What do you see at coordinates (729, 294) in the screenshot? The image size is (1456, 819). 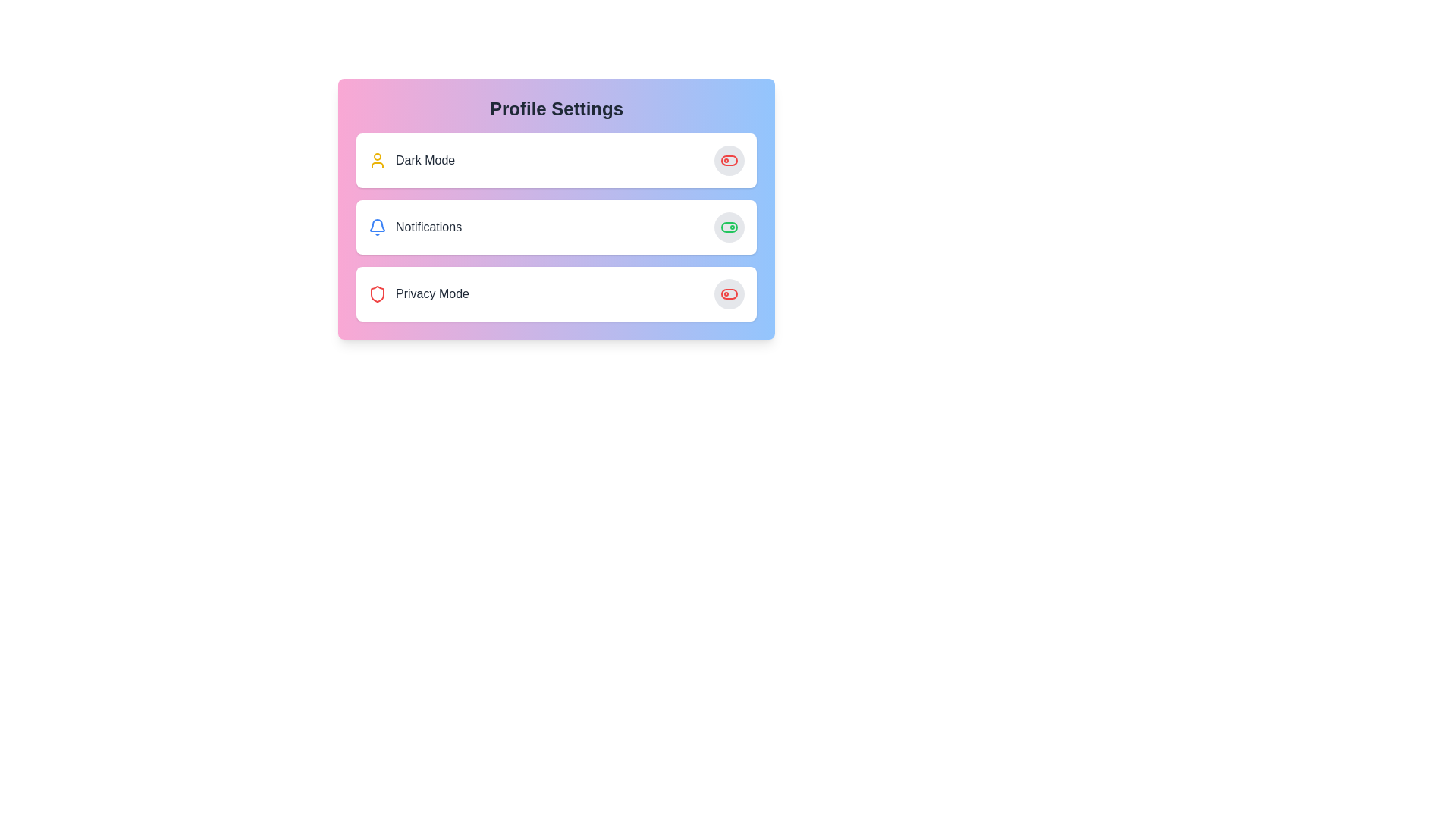 I see `the 'Privacy Mode' toggle switch` at bounding box center [729, 294].